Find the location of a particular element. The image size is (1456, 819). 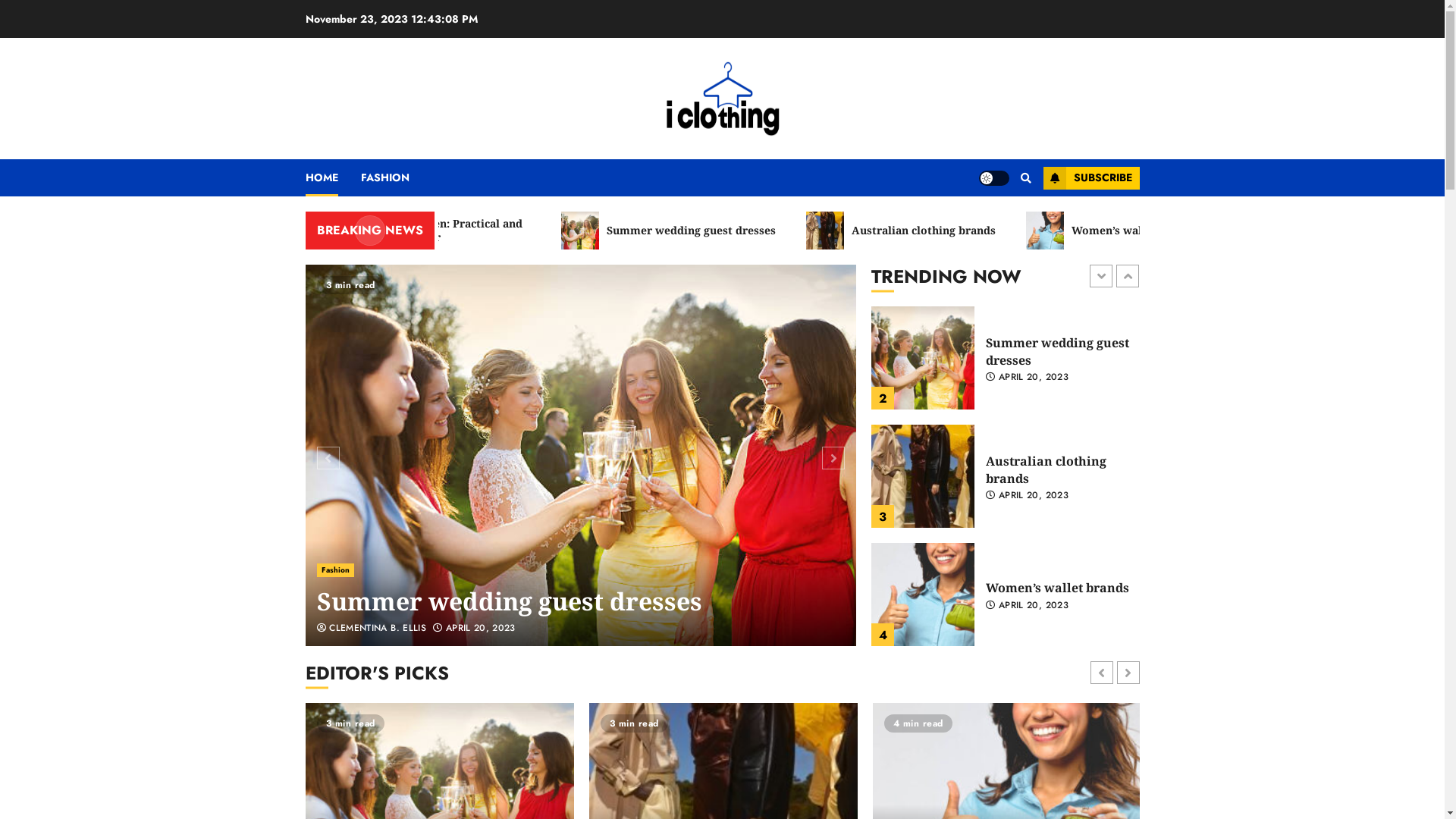

'Search' is located at coordinates (996, 223).